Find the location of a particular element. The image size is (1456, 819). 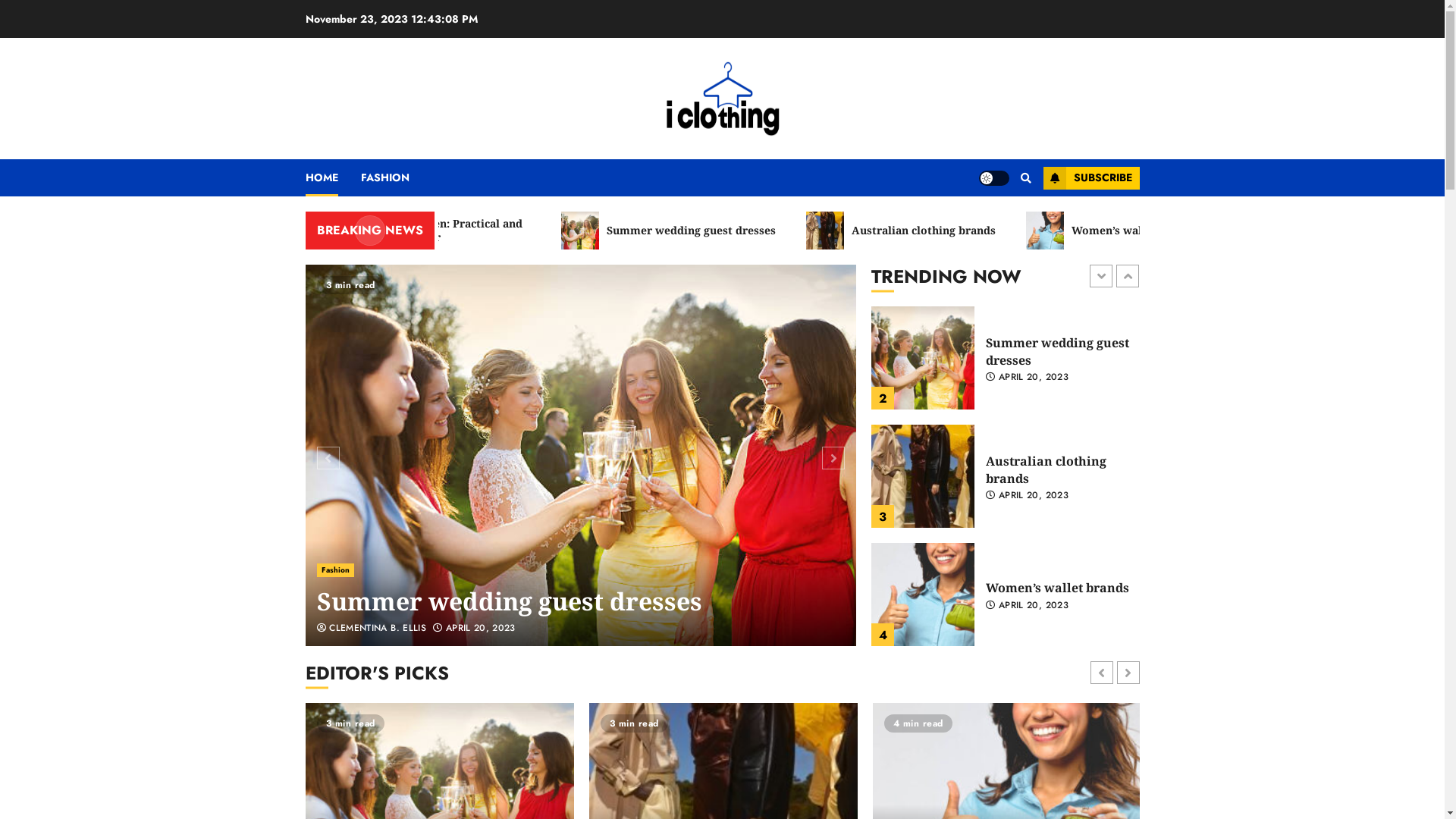

'Search' is located at coordinates (996, 223).